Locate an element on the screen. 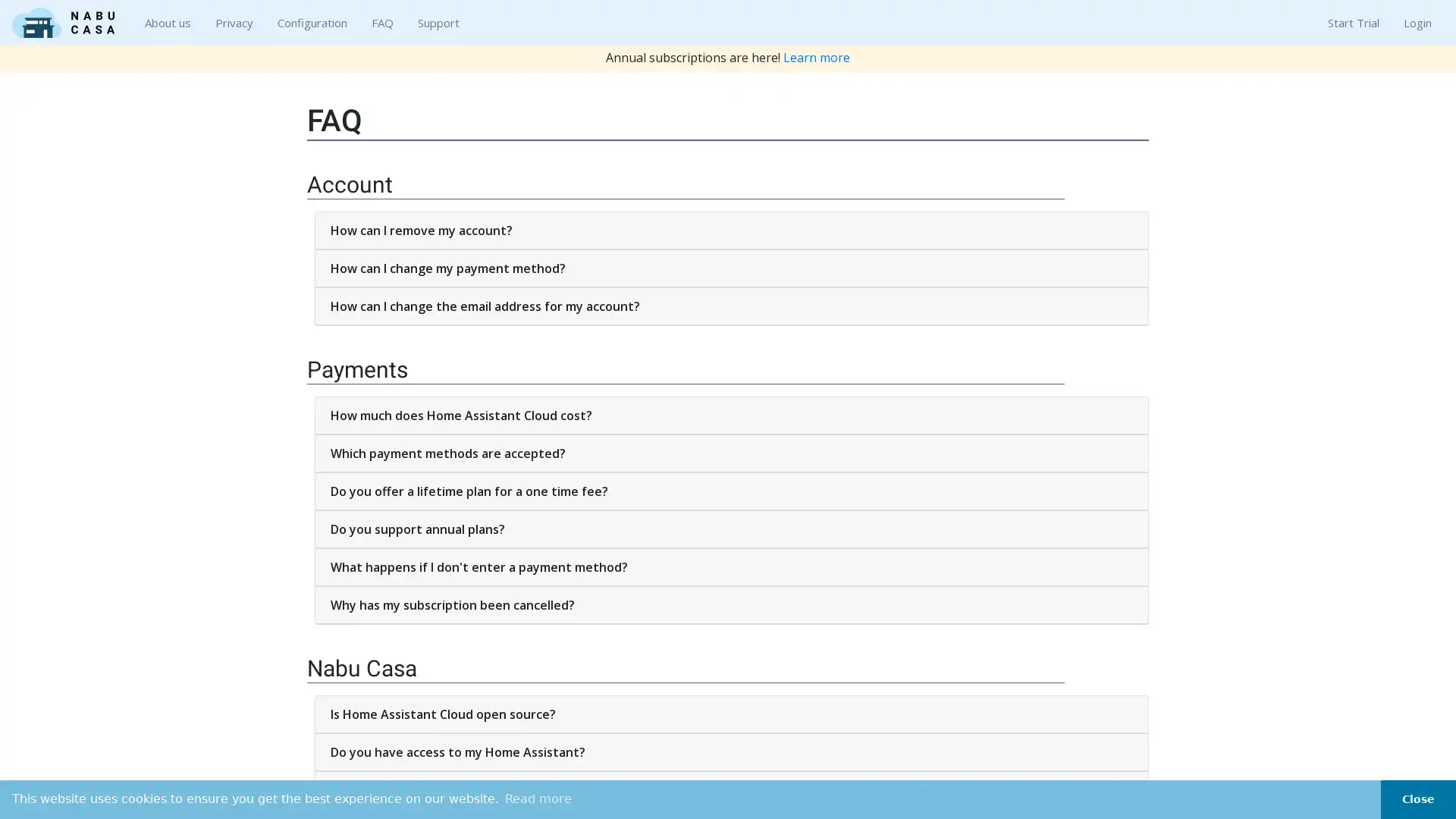 This screenshot has height=819, width=1456. How can I change the email address for my account? is located at coordinates (731, 306).